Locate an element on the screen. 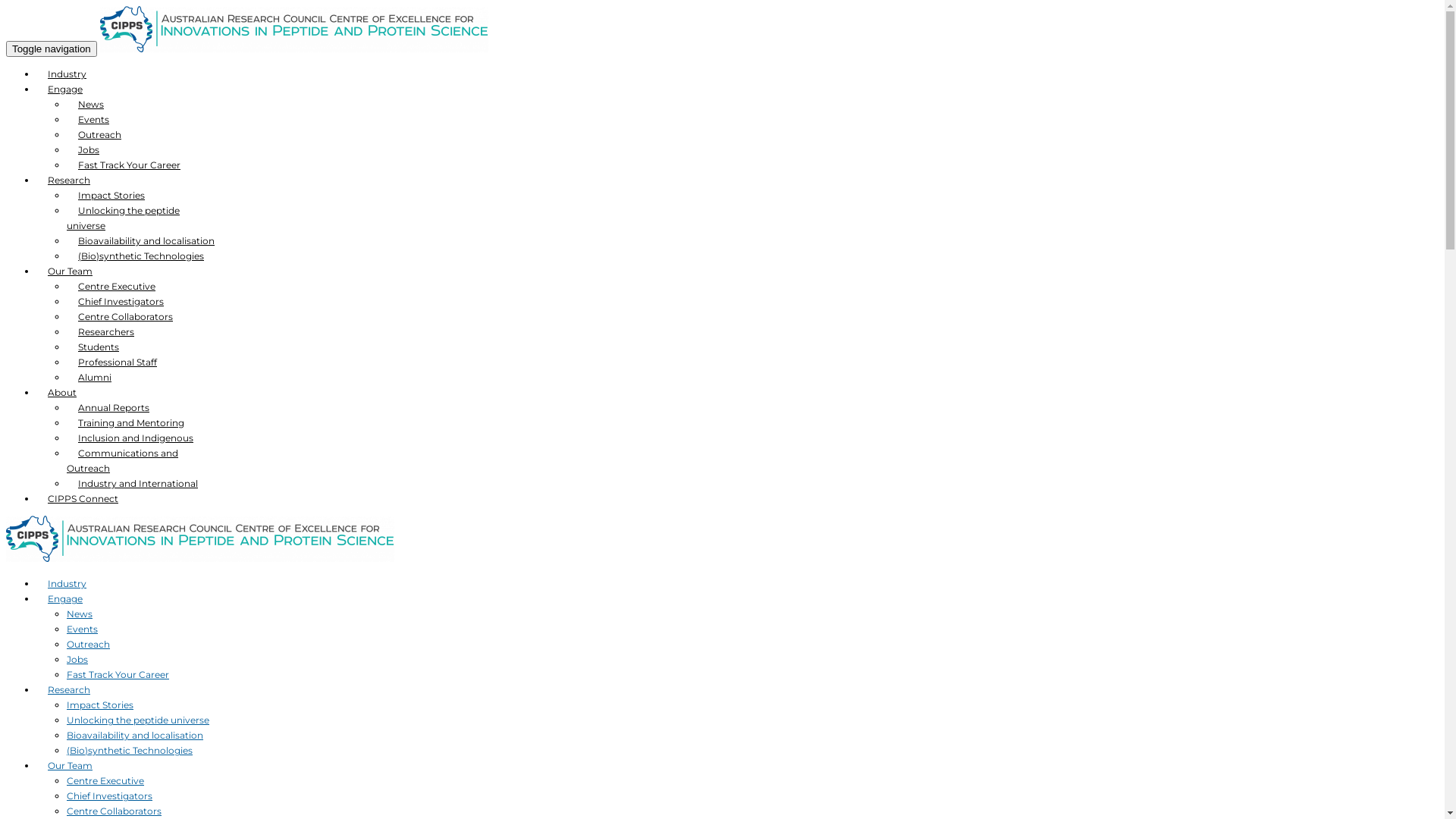 Image resolution: width=1456 pixels, height=819 pixels. 'Professional Staff' is located at coordinates (65, 362).